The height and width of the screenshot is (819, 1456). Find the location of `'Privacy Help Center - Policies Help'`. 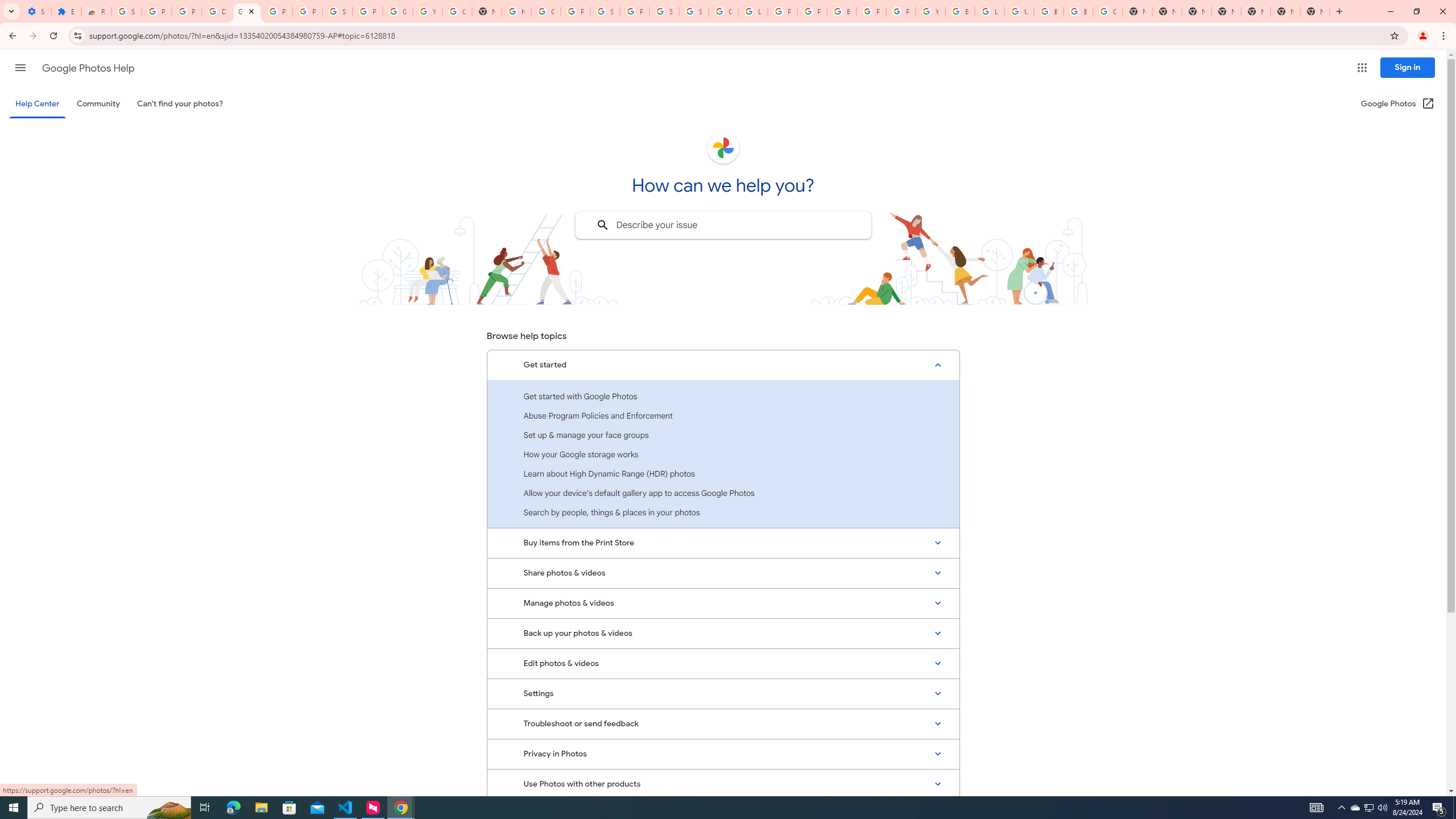

'Privacy Help Center - Policies Help' is located at coordinates (782, 11).